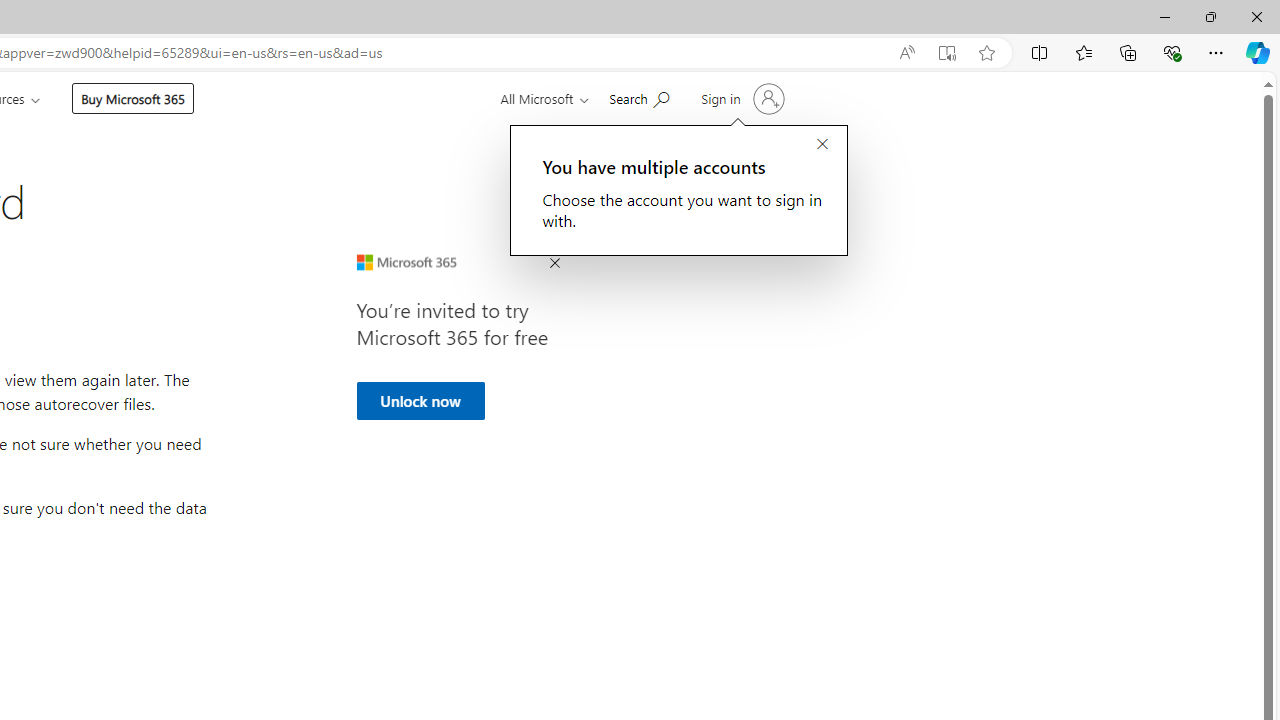 This screenshot has height=720, width=1280. What do you see at coordinates (740, 99) in the screenshot?
I see `'Sign in to your account'` at bounding box center [740, 99].